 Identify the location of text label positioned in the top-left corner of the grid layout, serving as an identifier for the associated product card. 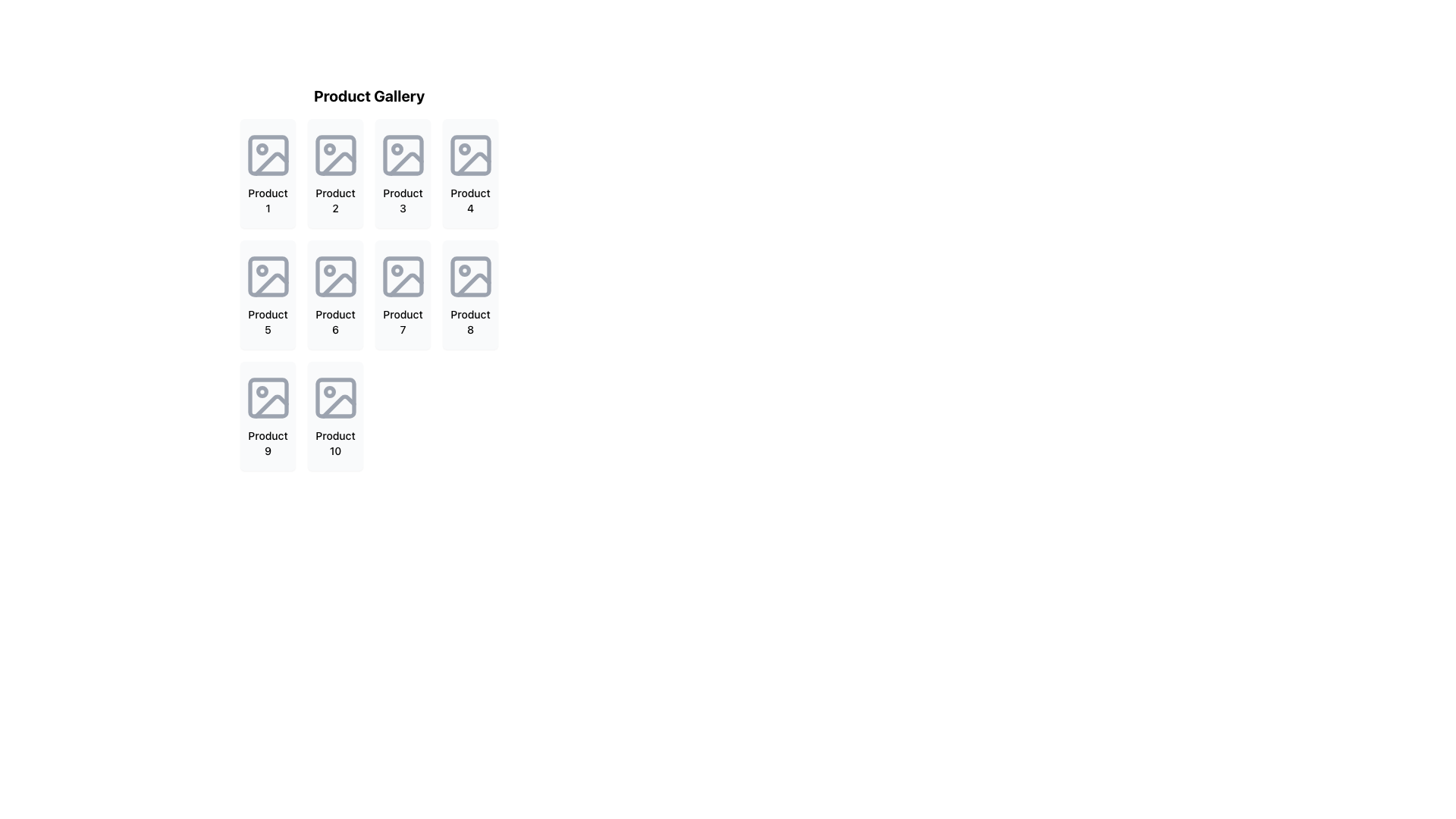
(268, 200).